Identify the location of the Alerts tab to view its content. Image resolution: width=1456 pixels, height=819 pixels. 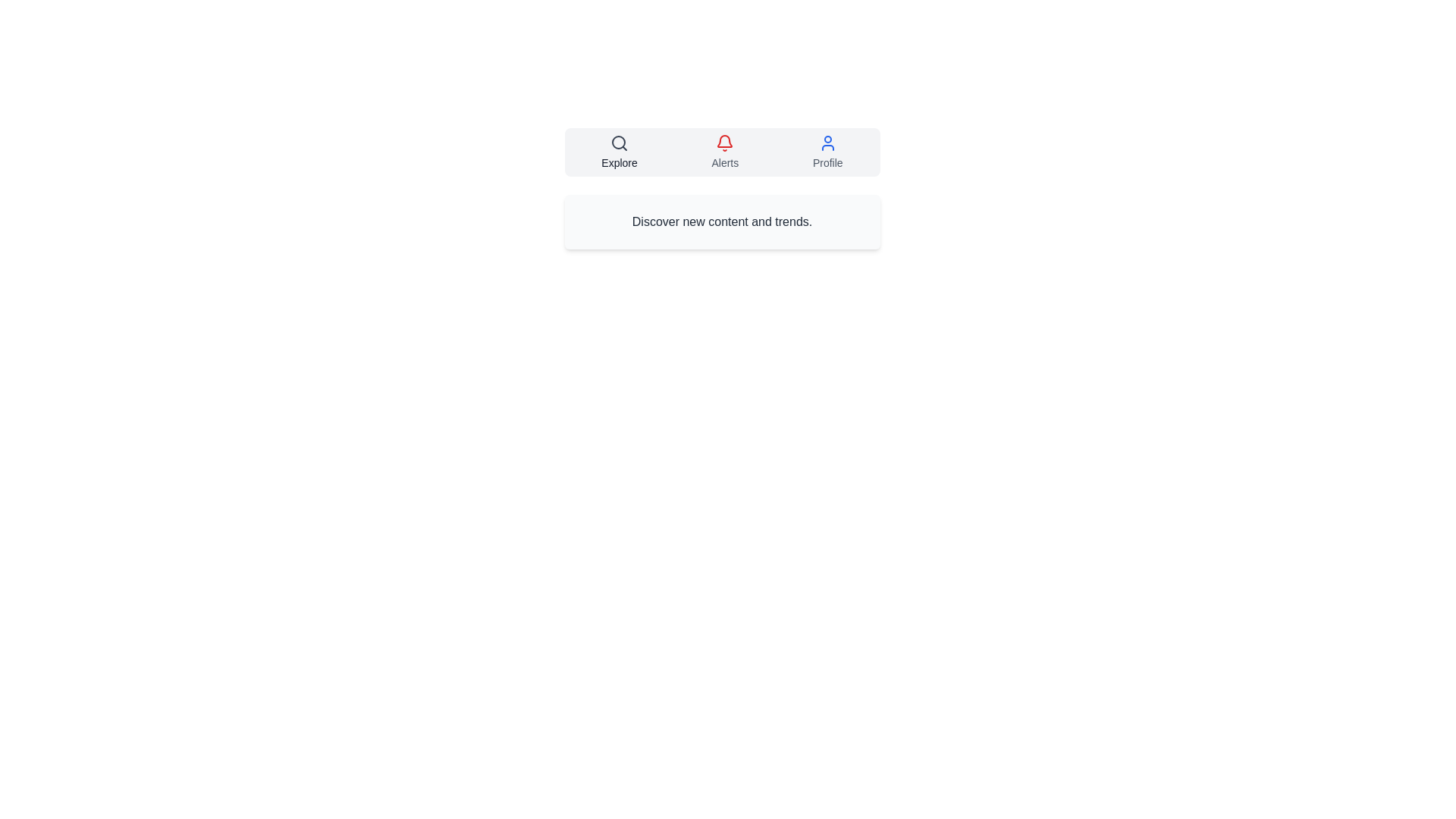
(723, 152).